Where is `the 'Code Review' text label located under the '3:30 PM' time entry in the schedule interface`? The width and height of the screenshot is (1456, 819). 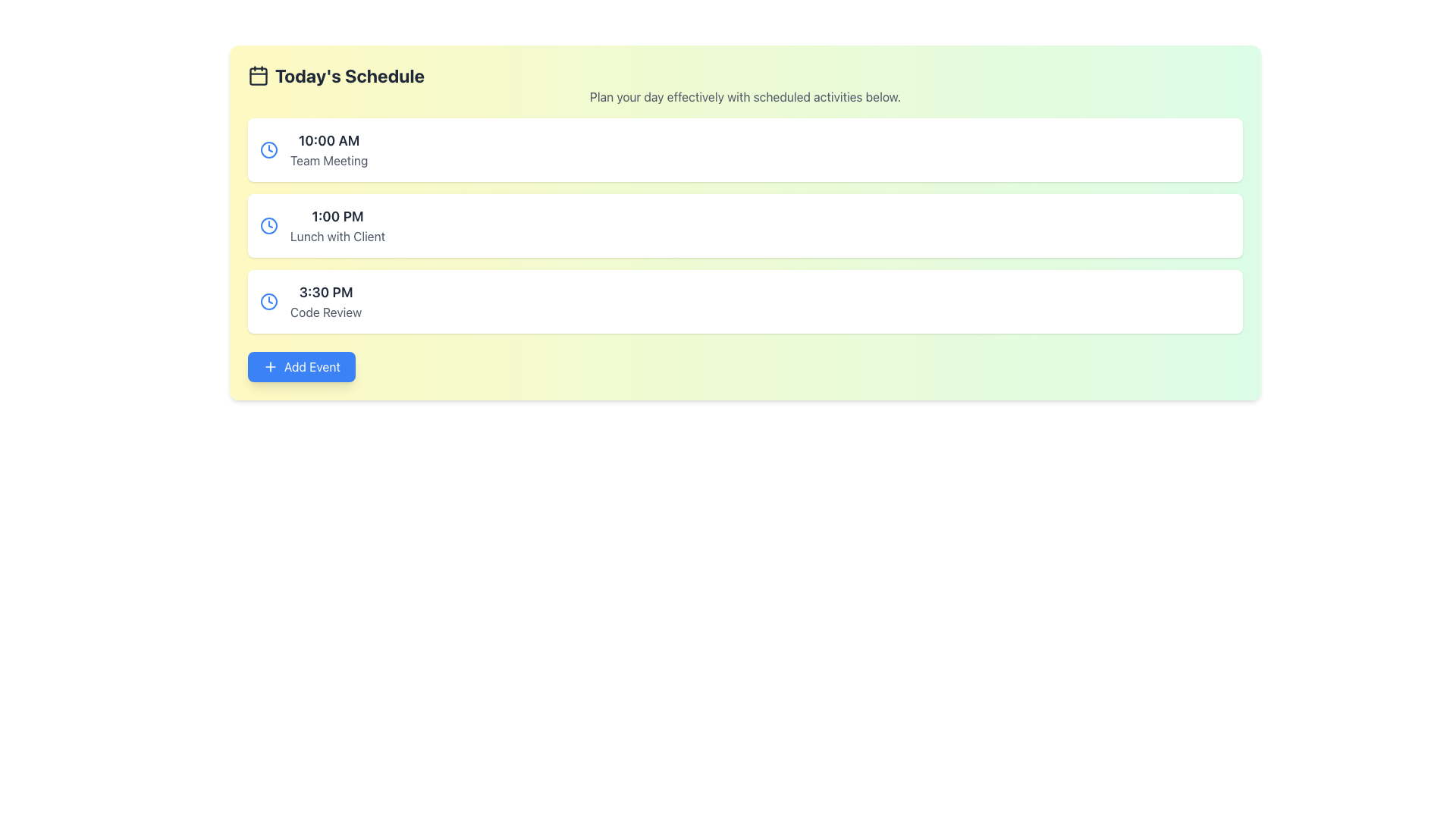 the 'Code Review' text label located under the '3:30 PM' time entry in the schedule interface is located at coordinates (325, 312).